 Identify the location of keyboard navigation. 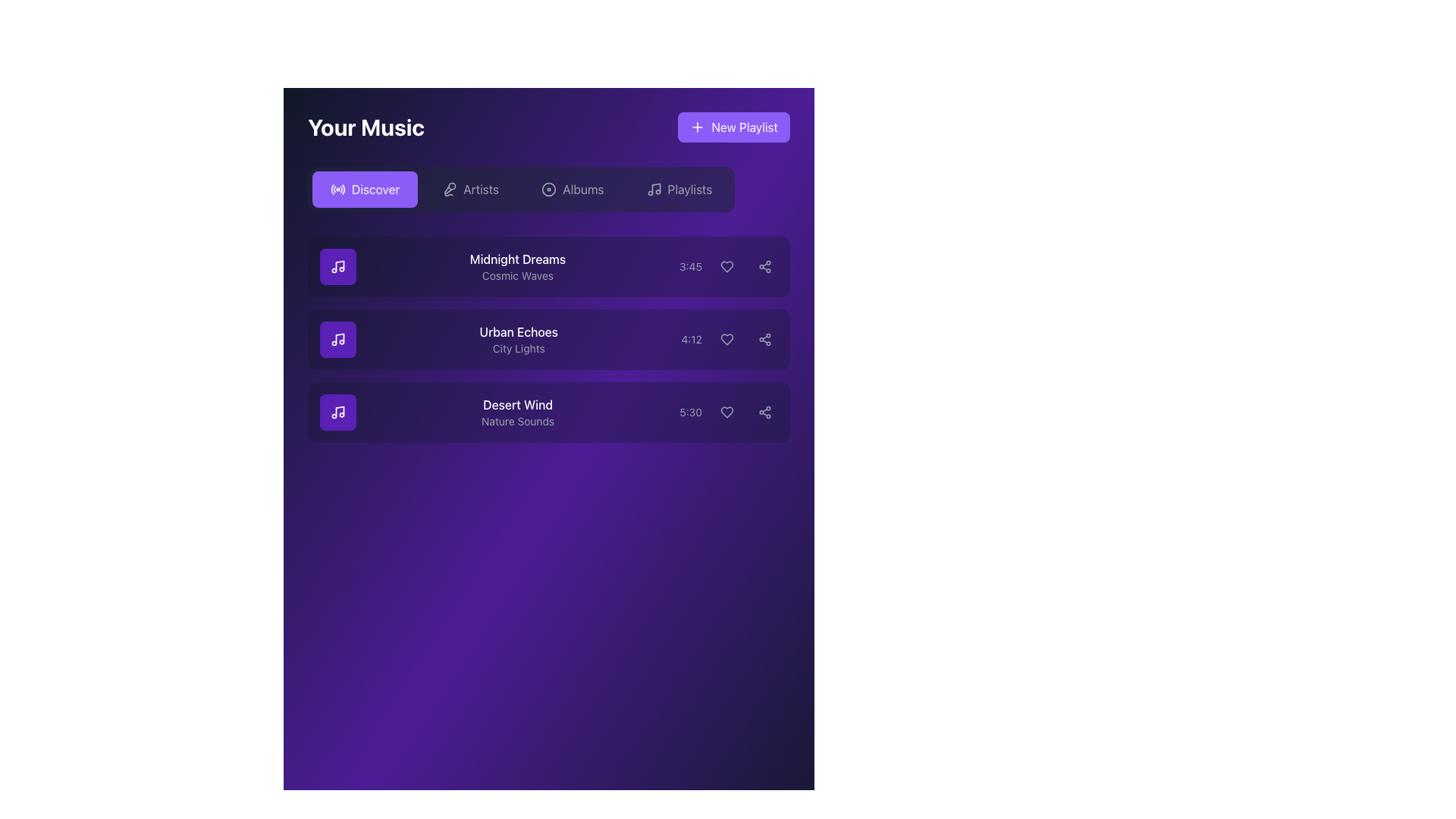
(521, 189).